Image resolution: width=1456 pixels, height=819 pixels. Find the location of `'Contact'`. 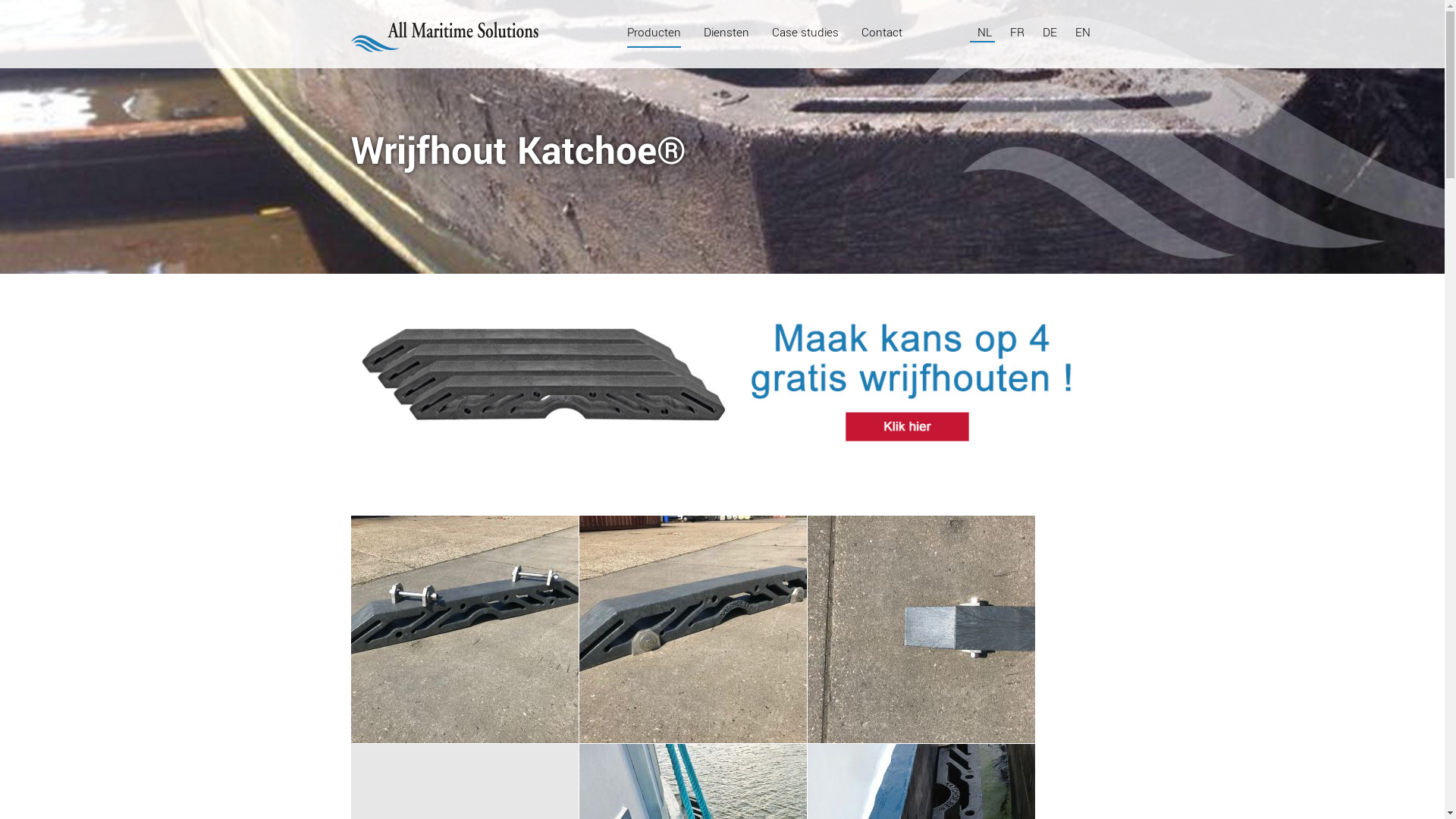

'Contact' is located at coordinates (881, 32).